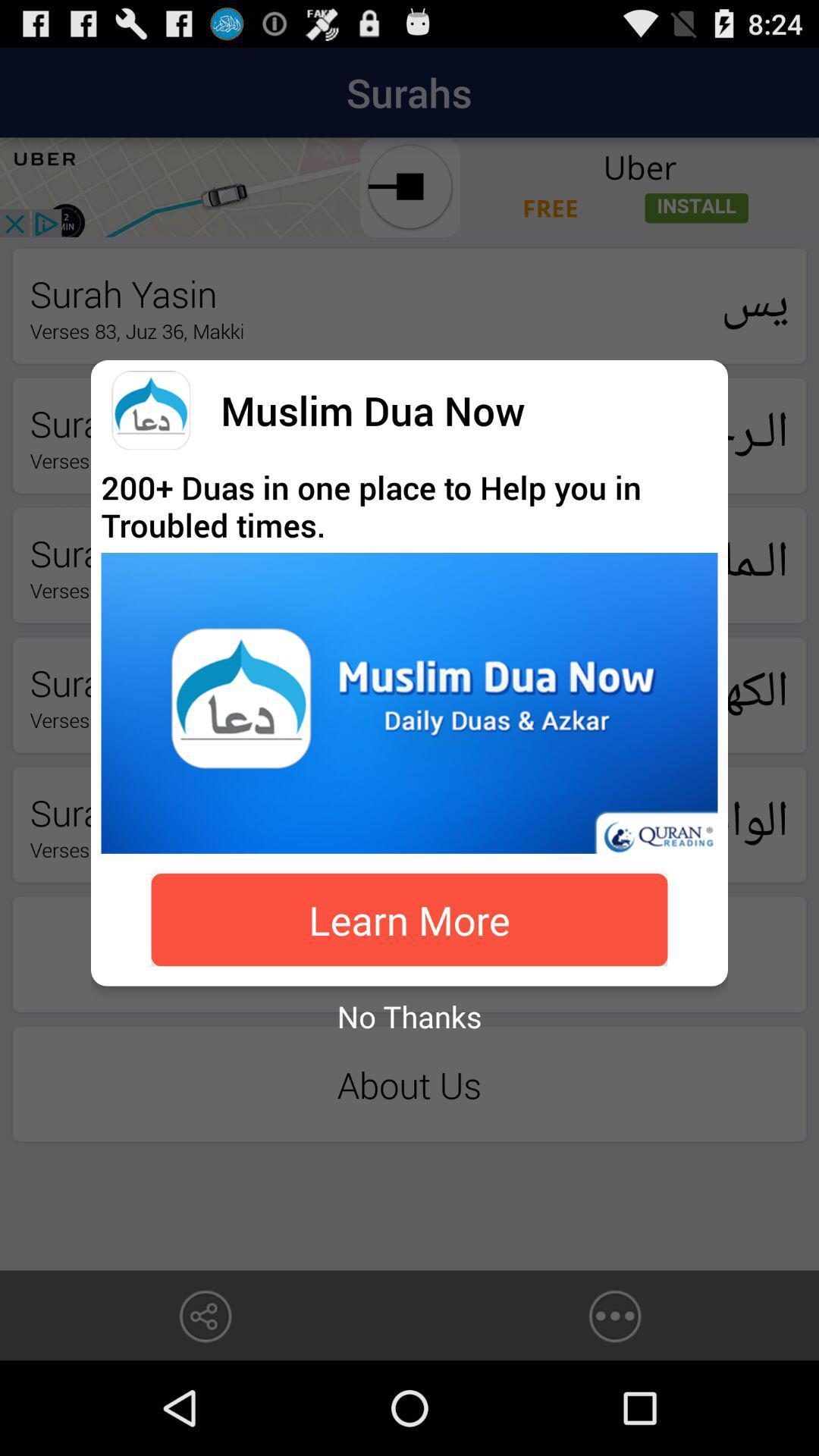  What do you see at coordinates (409, 702) in the screenshot?
I see `the app above the learn more icon` at bounding box center [409, 702].